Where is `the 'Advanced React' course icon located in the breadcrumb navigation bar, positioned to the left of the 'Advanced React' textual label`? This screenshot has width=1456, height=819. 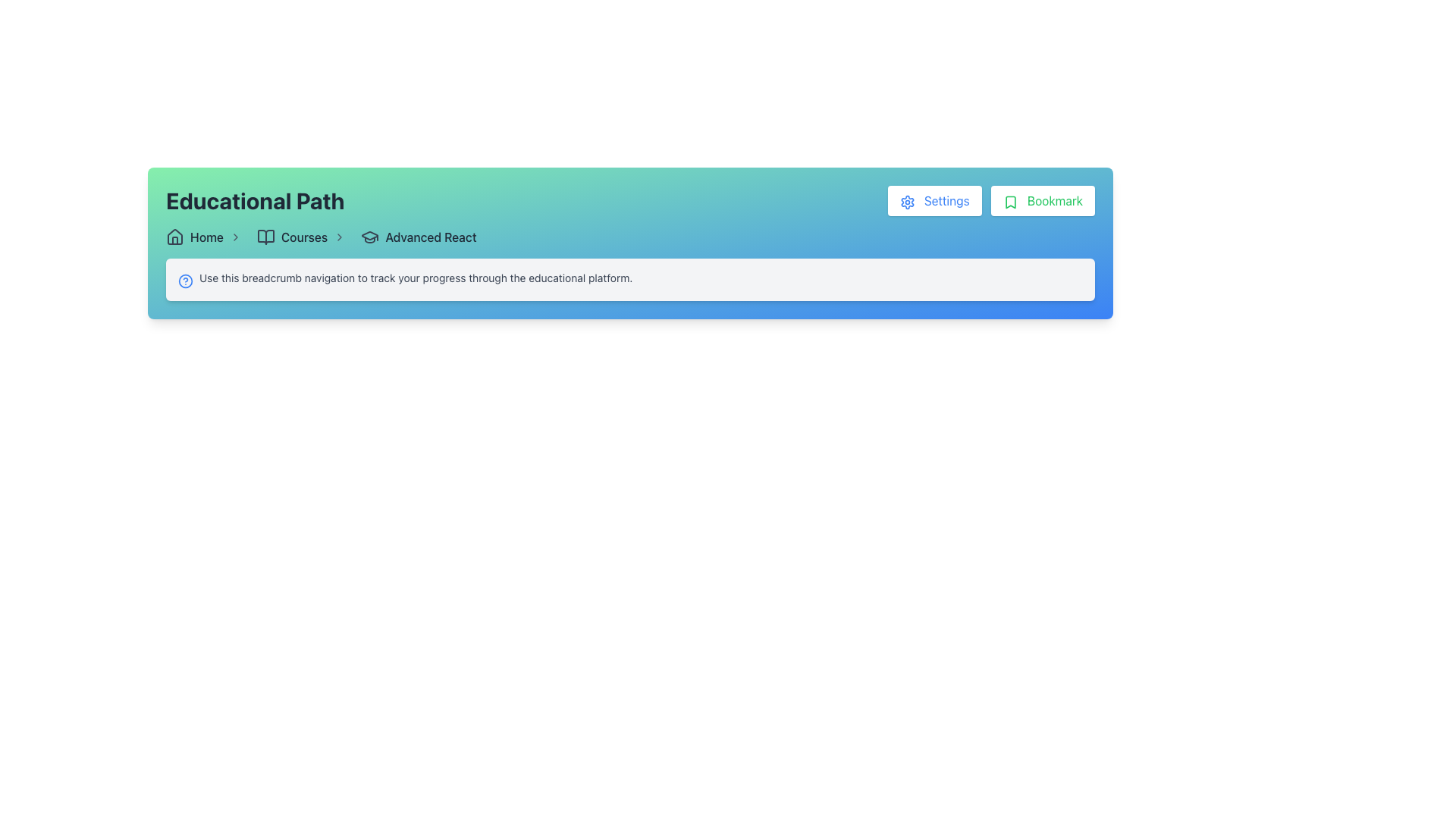
the 'Advanced React' course icon located in the breadcrumb navigation bar, positioned to the left of the 'Advanced React' textual label is located at coordinates (370, 237).